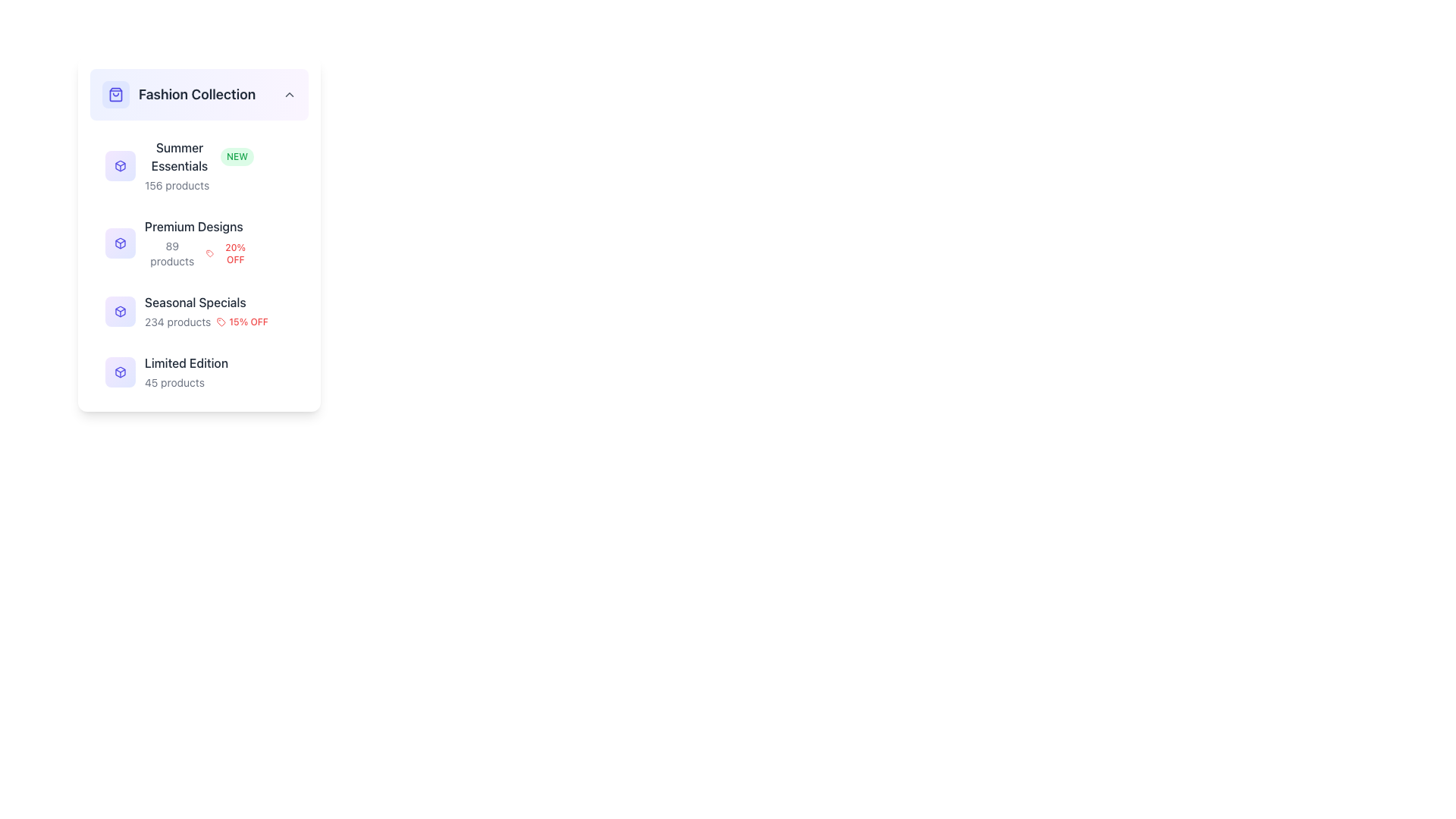 The height and width of the screenshot is (819, 1456). I want to click on the text label displaying '89 products' located below 'Premium Designs' and adjacent to the '20% OFF' badge, so click(172, 253).